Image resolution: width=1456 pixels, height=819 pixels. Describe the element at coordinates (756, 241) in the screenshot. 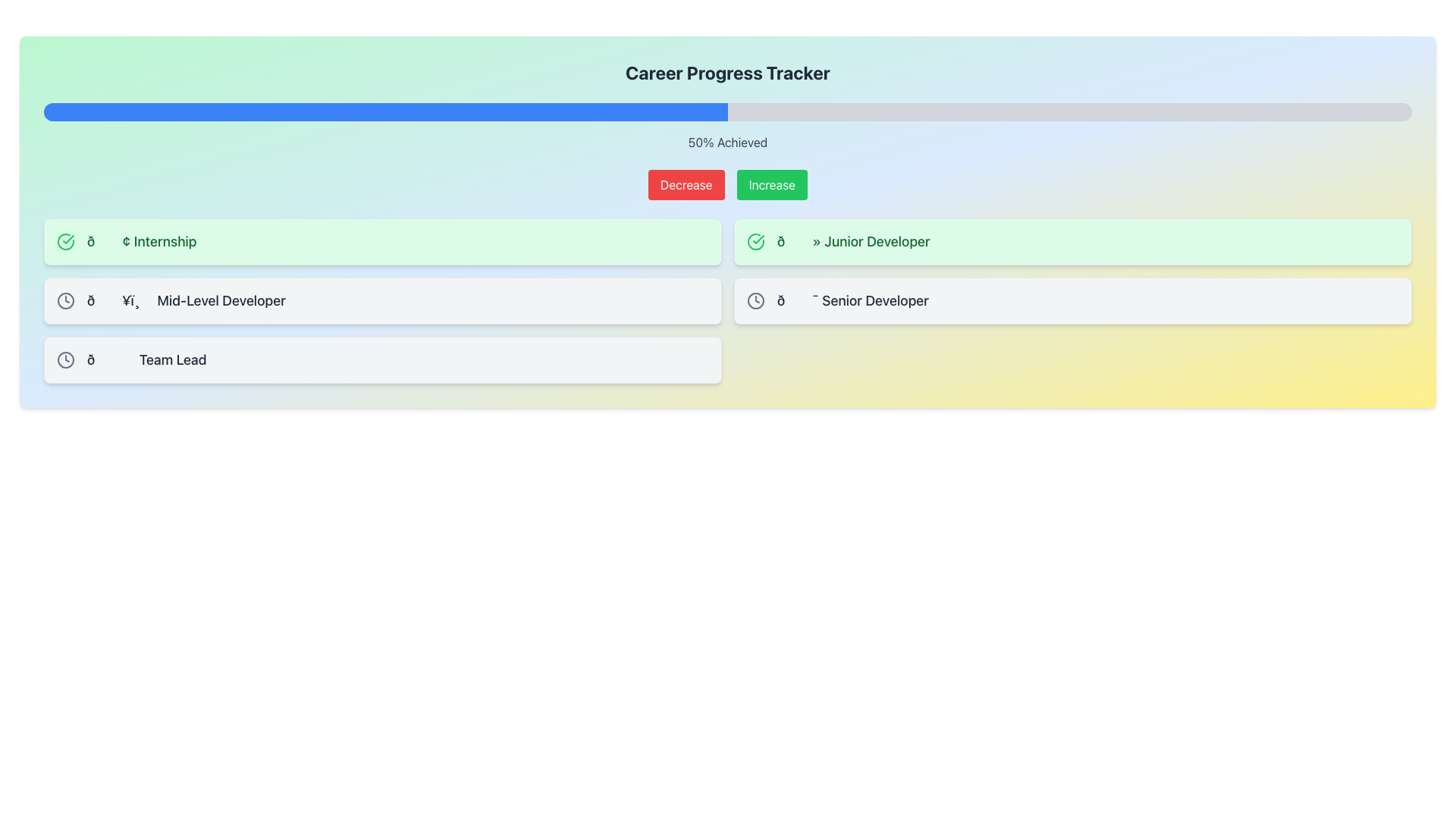

I see `the green circular check icon indicating confirmation, located in the 'Junior Developer' card in the second row, to the left of the role description` at that location.